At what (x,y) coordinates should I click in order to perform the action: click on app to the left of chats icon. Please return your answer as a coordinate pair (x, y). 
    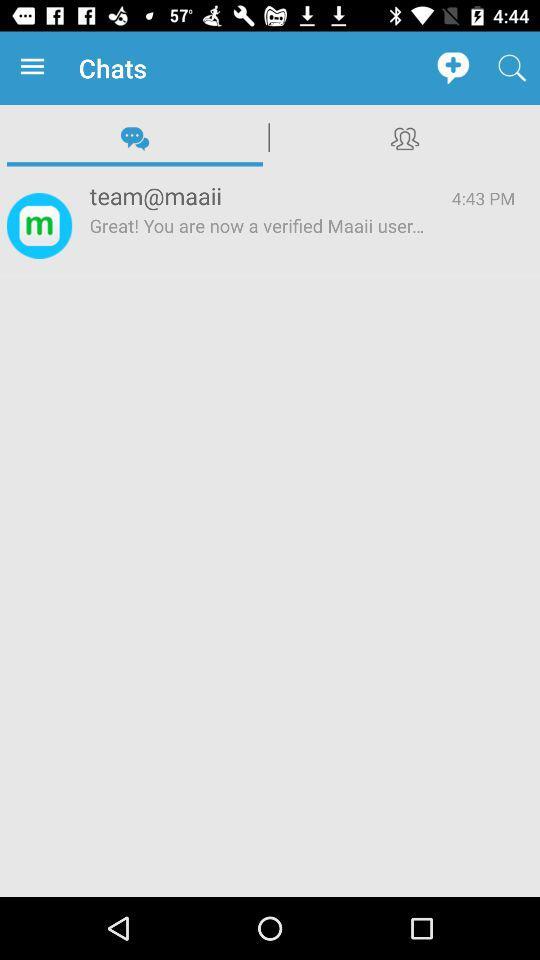
    Looking at the image, I should click on (36, 68).